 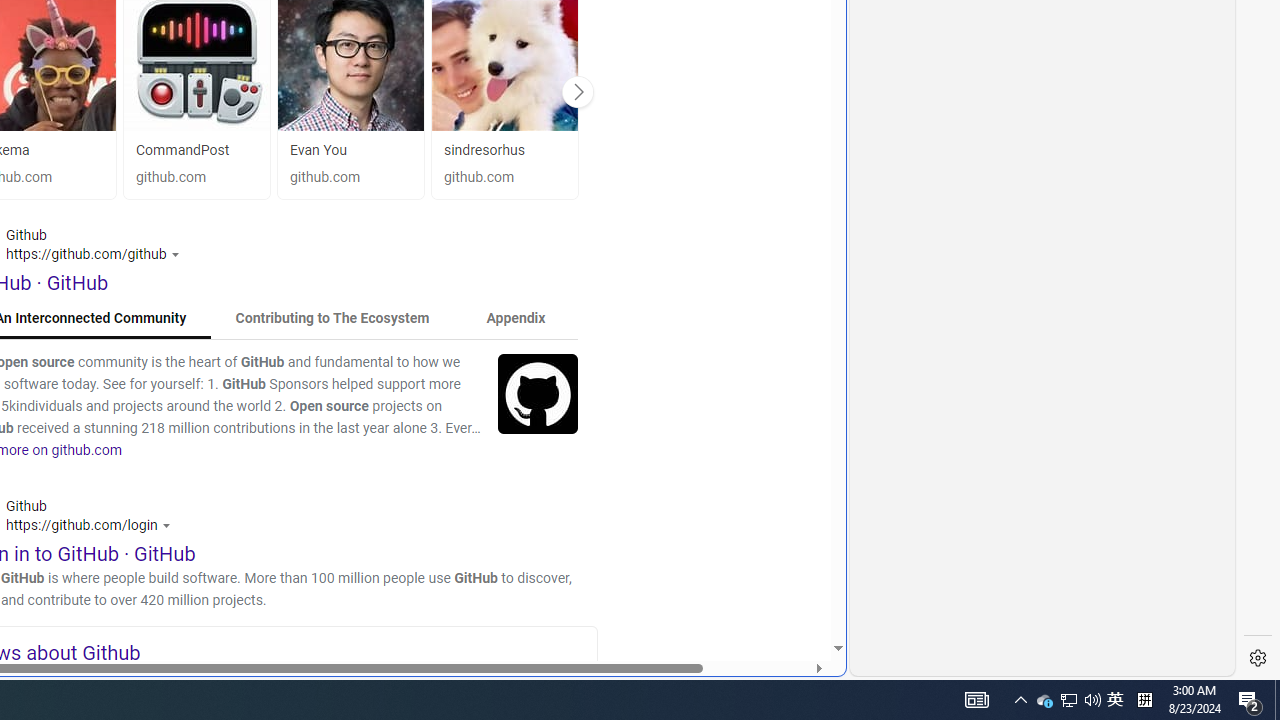 What do you see at coordinates (332, 317) in the screenshot?
I see `'Contributing to The Ecosystem'` at bounding box center [332, 317].